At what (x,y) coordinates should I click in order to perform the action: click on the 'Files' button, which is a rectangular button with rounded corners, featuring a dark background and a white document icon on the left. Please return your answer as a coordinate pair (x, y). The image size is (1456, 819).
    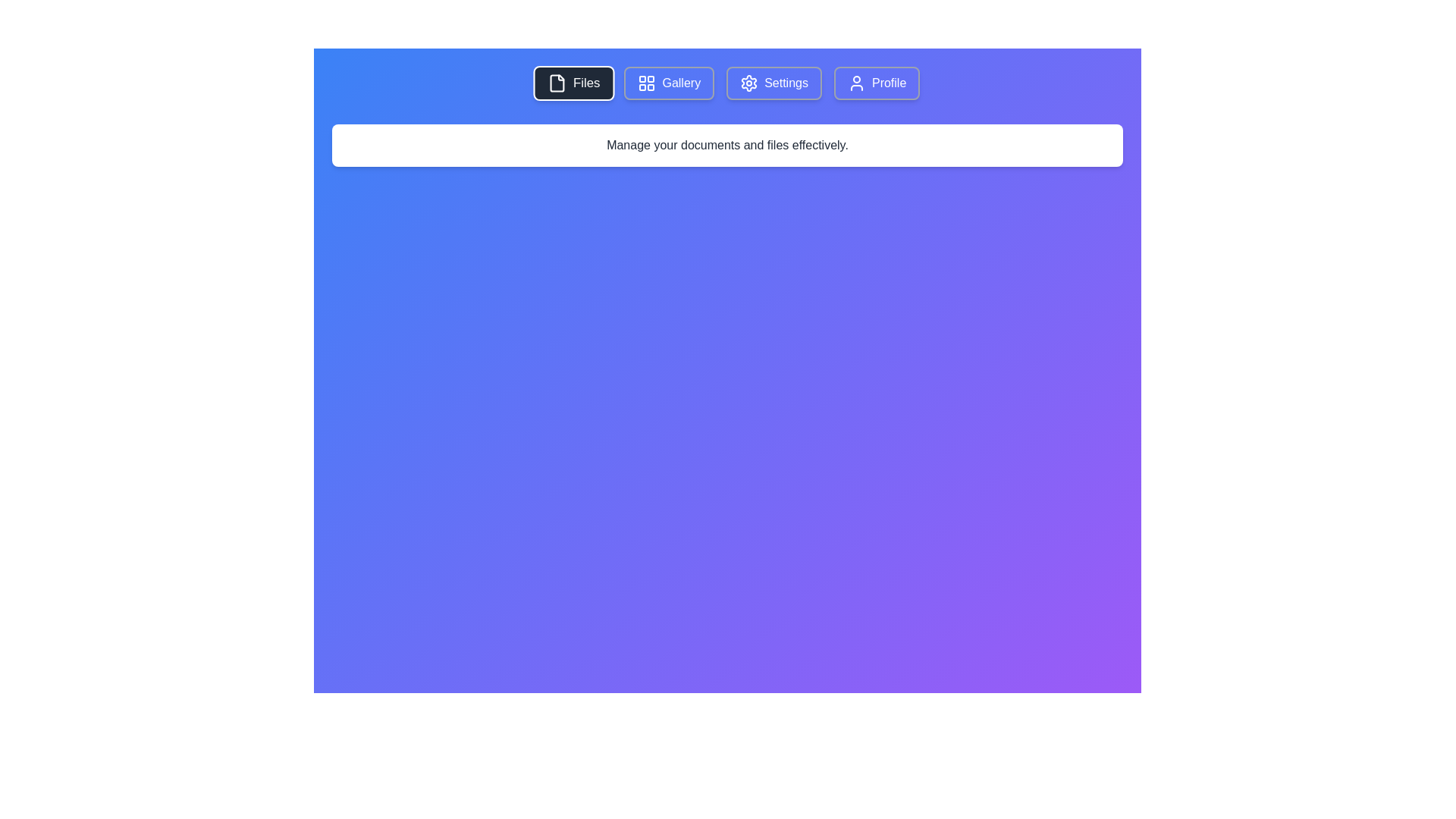
    Looking at the image, I should click on (573, 83).